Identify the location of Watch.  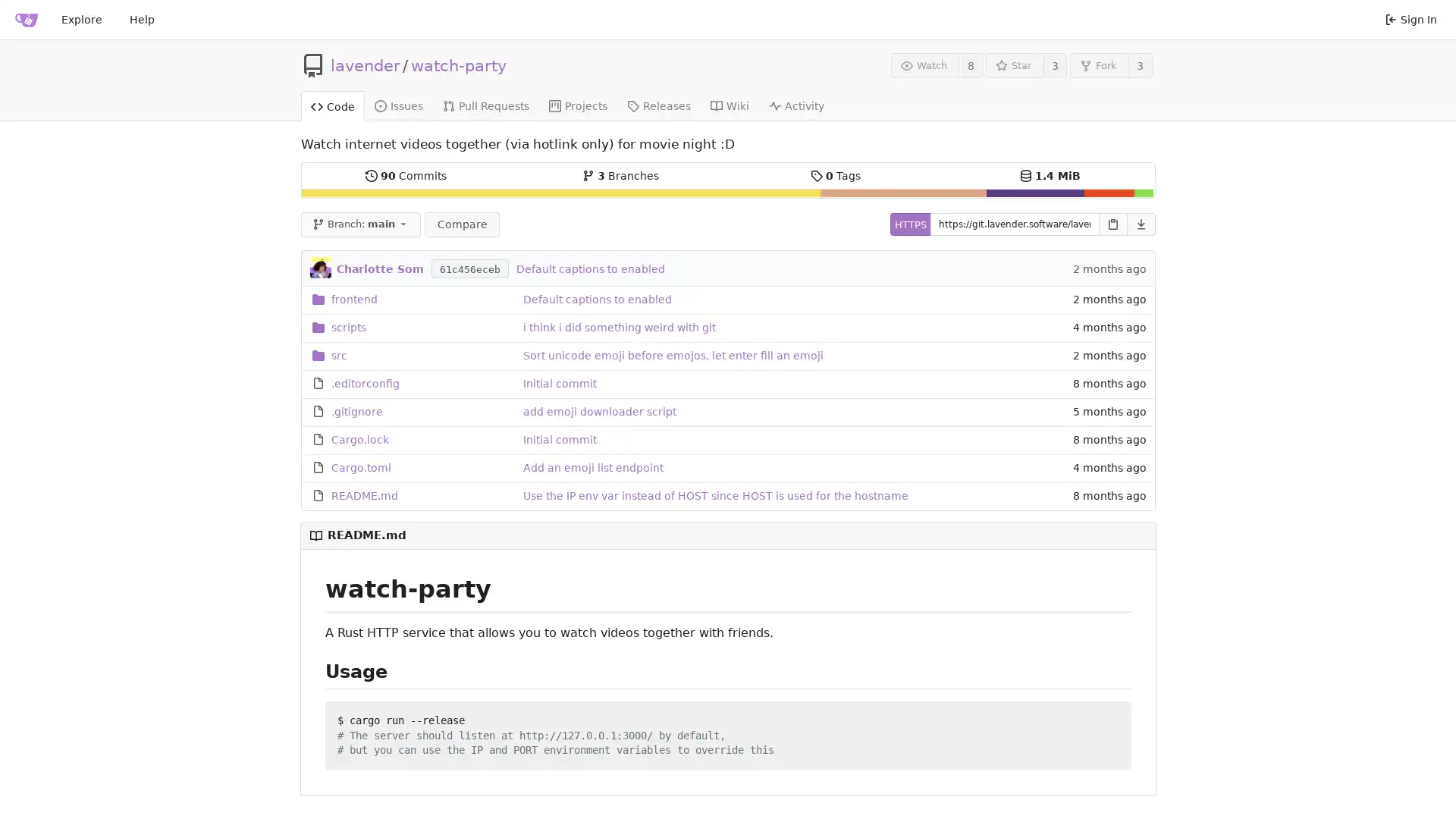
(924, 64).